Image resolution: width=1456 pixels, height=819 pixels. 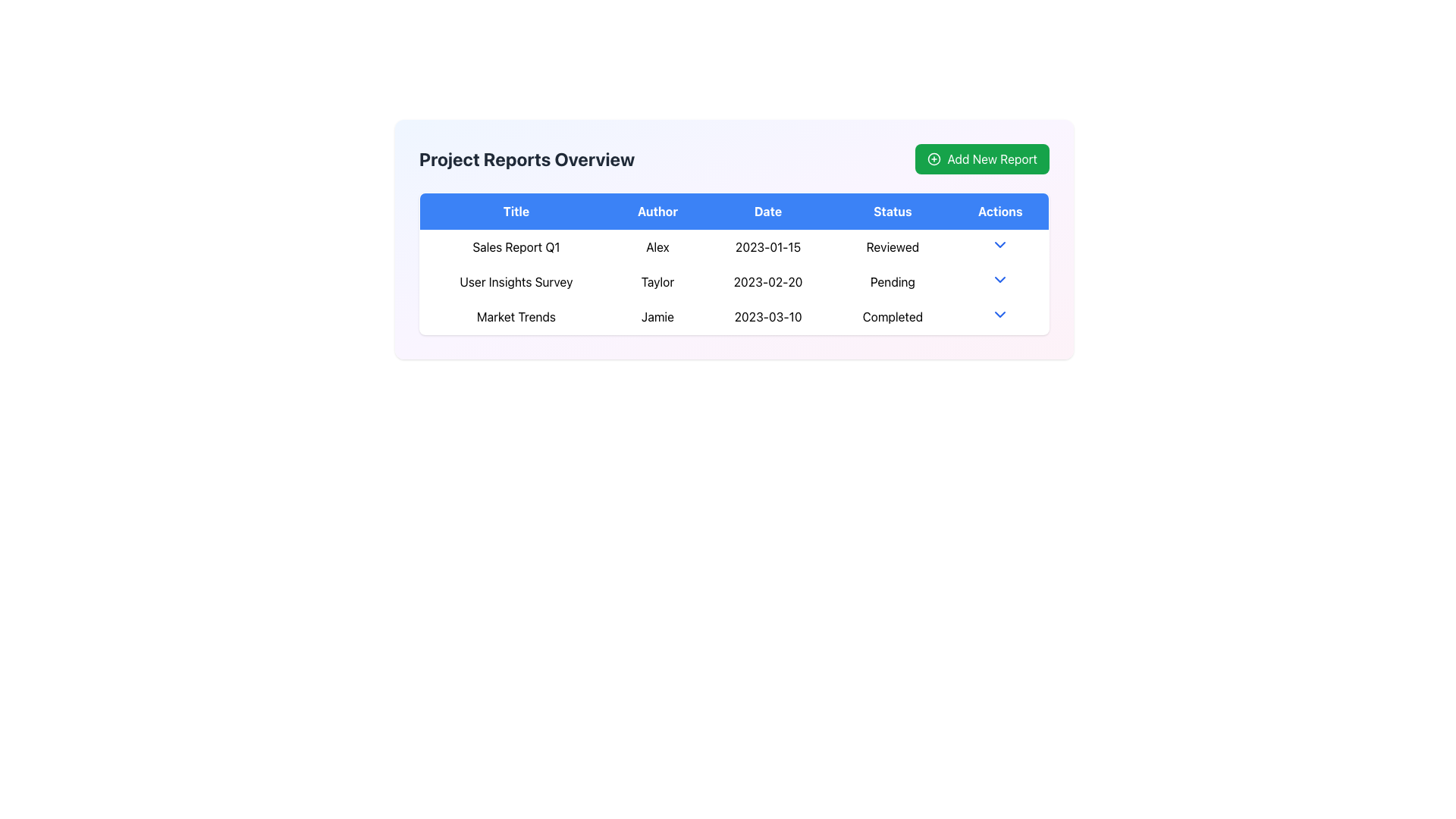 What do you see at coordinates (657, 246) in the screenshot?
I see `text content of the Text Label representing the author attribute in the project report summaries table, located under the 'Author' column, following 'Sales Report Q1'` at bounding box center [657, 246].